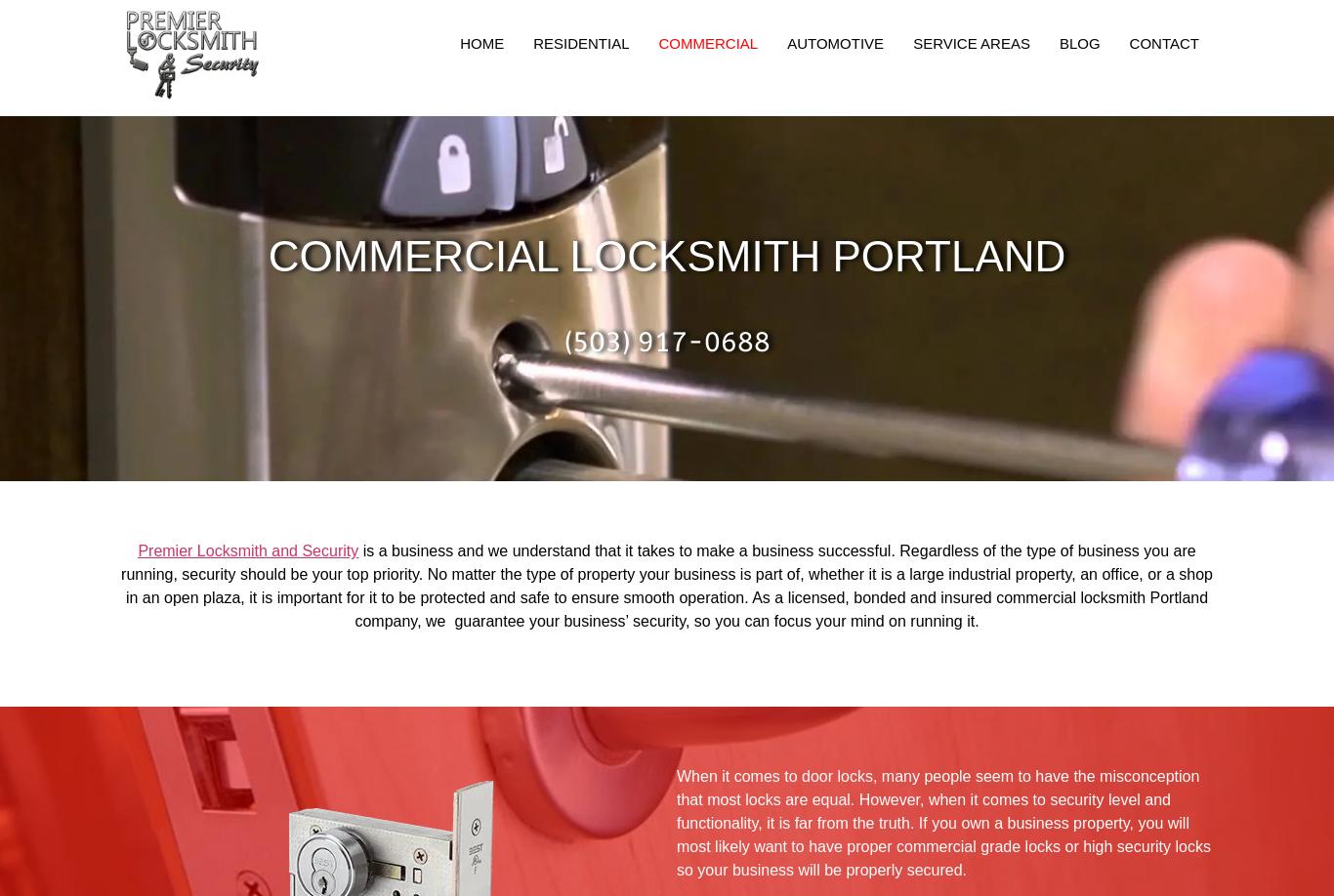 This screenshot has height=896, width=1334. Describe the element at coordinates (665, 585) in the screenshot. I see `'is a business and we understand that it takes to make a business successful. Regardless of the type of business you are running, security should be your top priority. No matter the type of property your business is part of, whether it is a large industrial property, an office, or a shop in an open plaza, it is important for it to be protected and safe to ensure smooth operation. As a licensed, bonded and insured commercial locksmith Portland company, we  guarantee your business’ security, so you can focus your mind on running it.'` at that location.